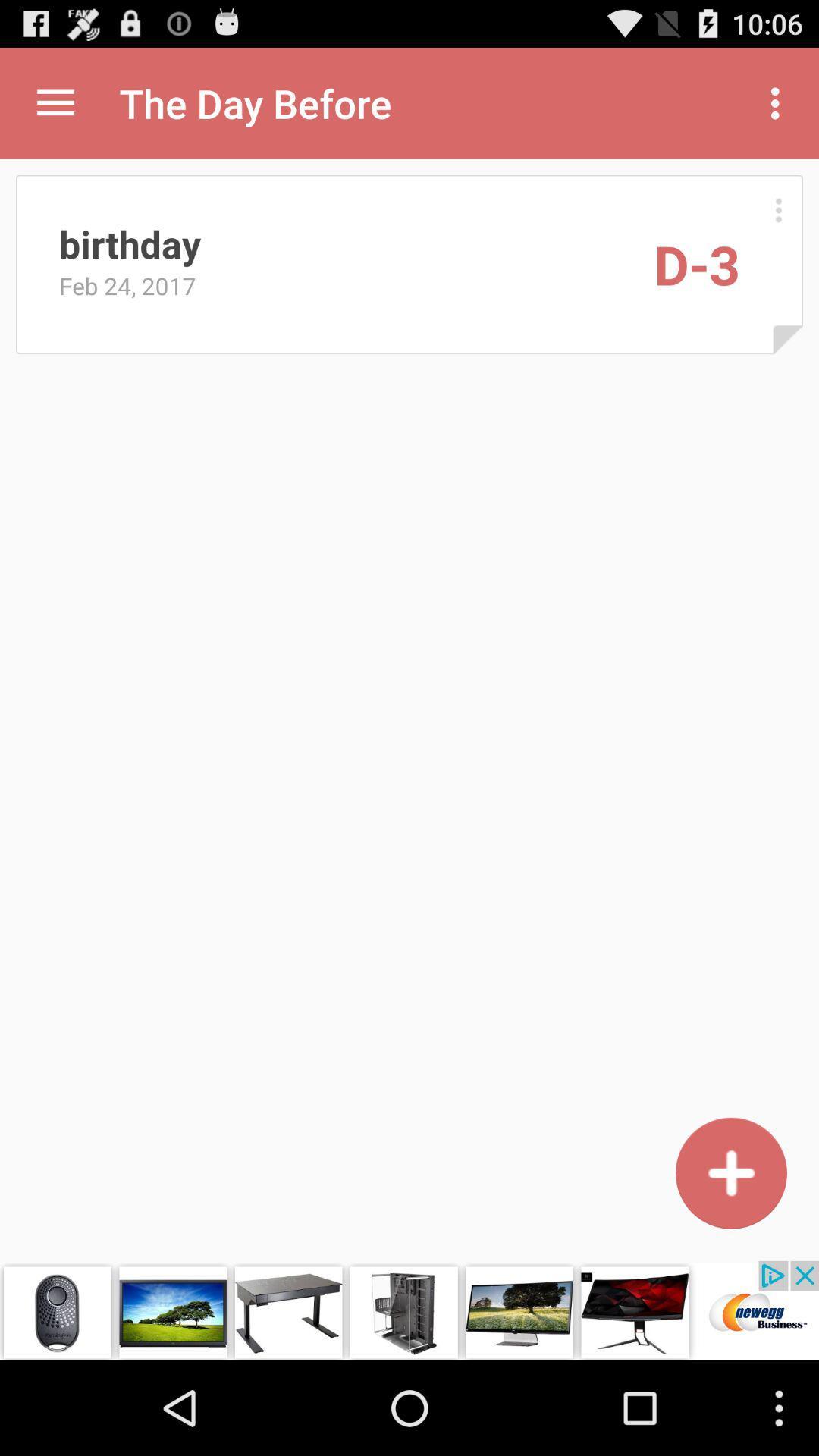 The height and width of the screenshot is (1456, 819). What do you see at coordinates (409, 1310) in the screenshot?
I see `visit advertised site` at bounding box center [409, 1310].